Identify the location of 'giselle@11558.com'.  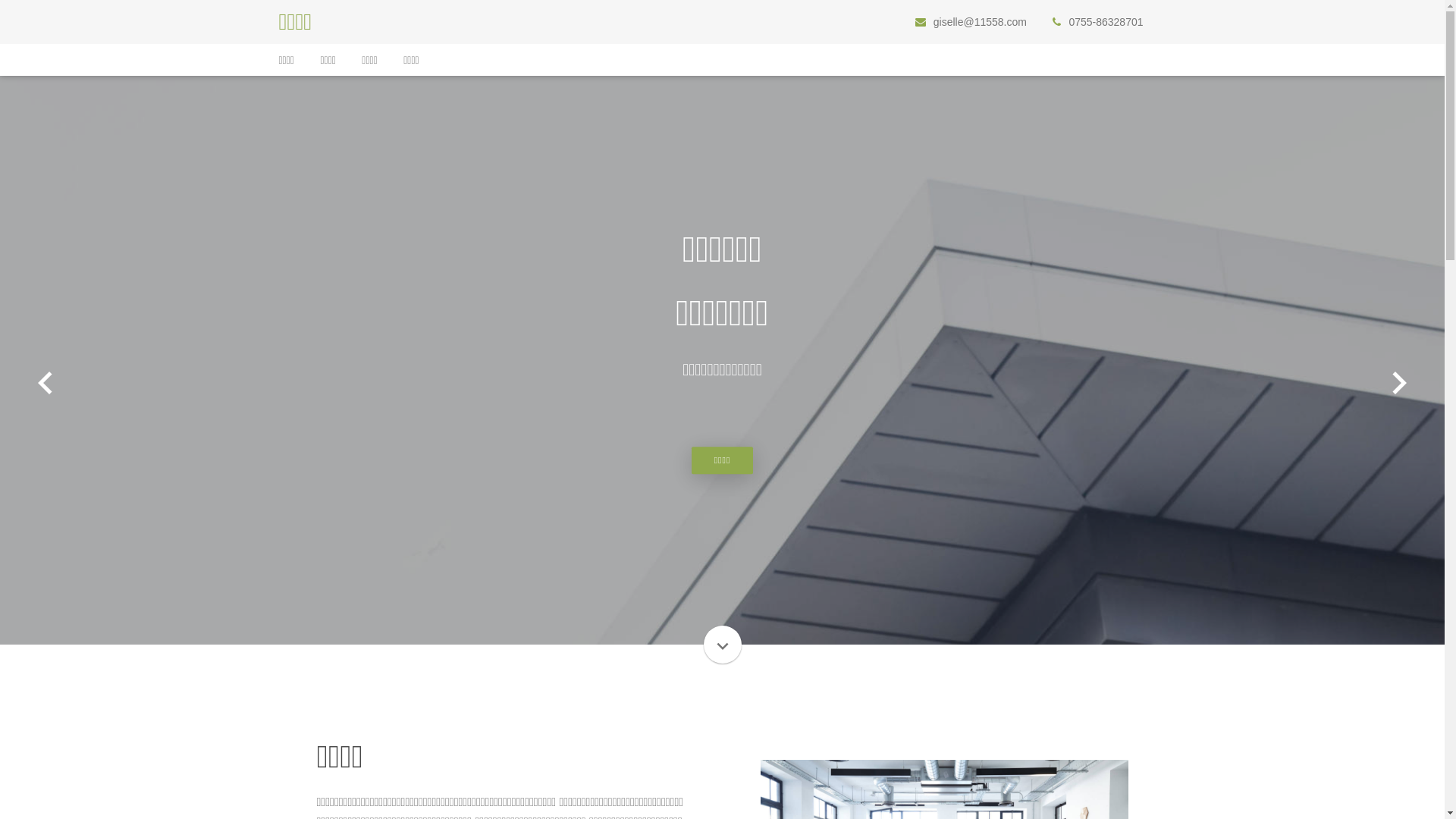
(980, 22).